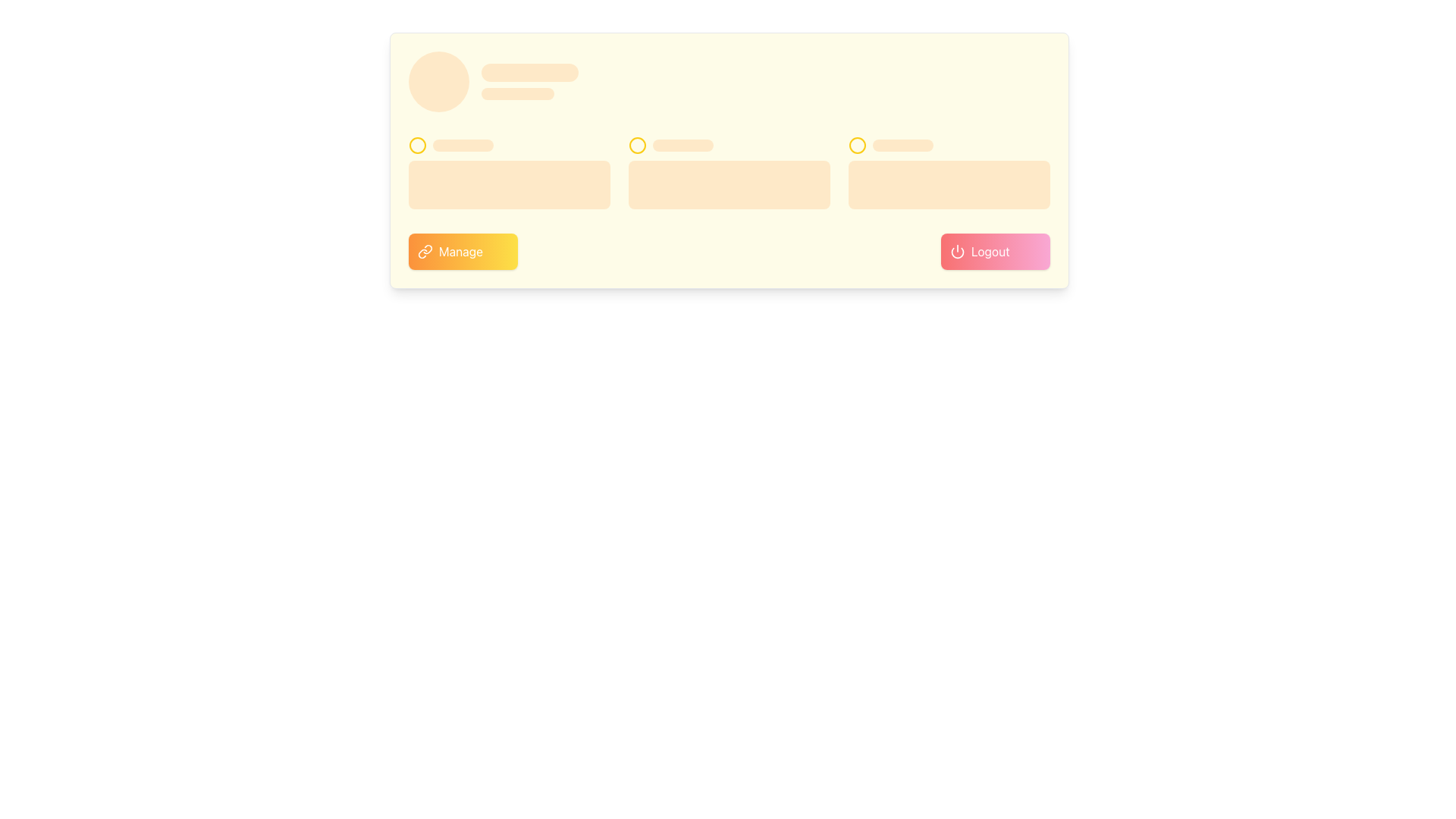 Image resolution: width=1456 pixels, height=819 pixels. Describe the element at coordinates (418, 146) in the screenshot. I see `the decorative status indicator icon located to the left of an avatar depiction in the top-left quadrant of the interface` at that location.